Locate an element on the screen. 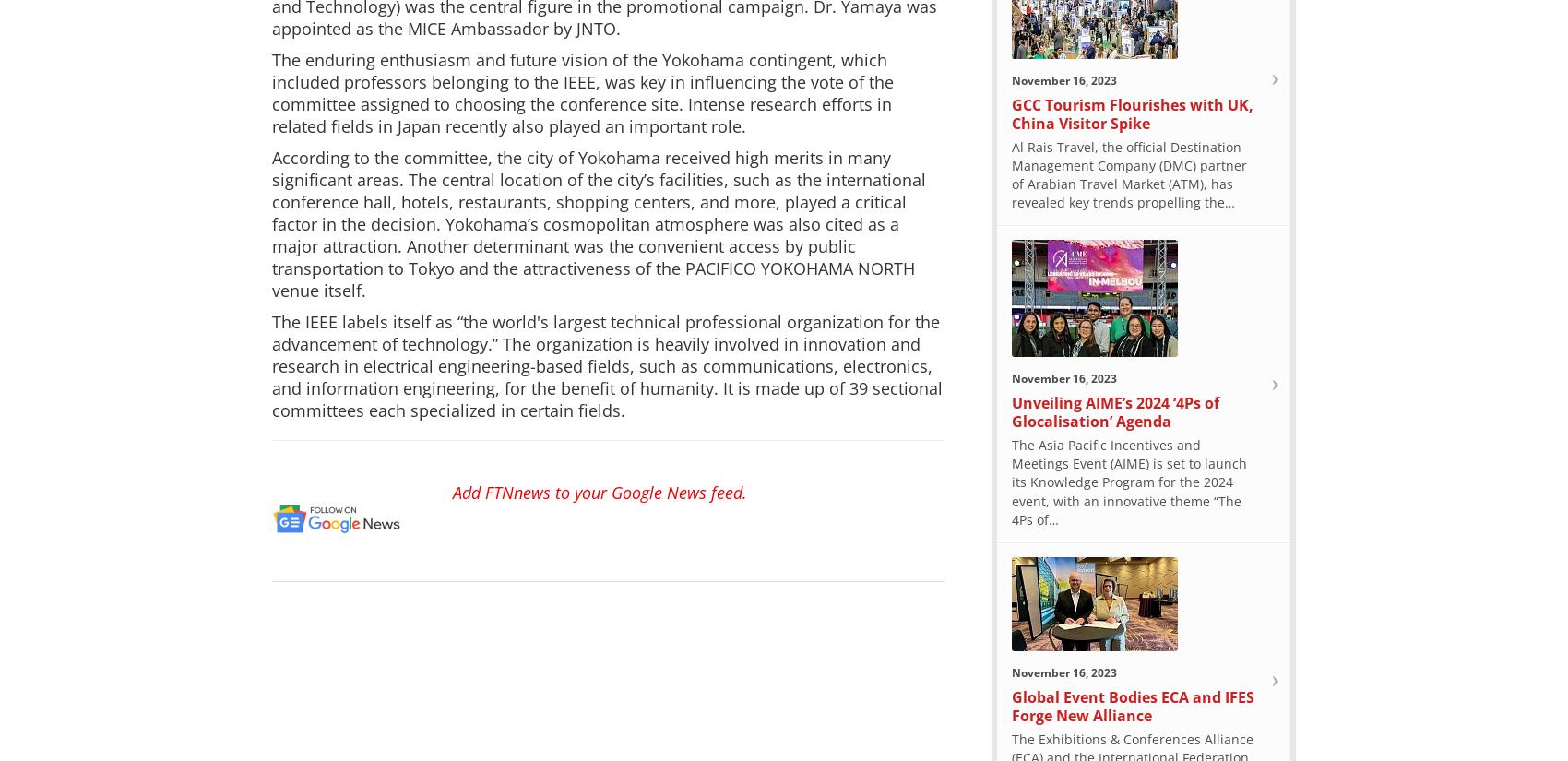 Image resolution: width=1568 pixels, height=761 pixels. 'The Asia Pacific Incentives and Meetings Event (AIME) is set to launch its Knowledge Program for the 2024 event, with an innovative theme “The 4Ps of…' is located at coordinates (1012, 481).